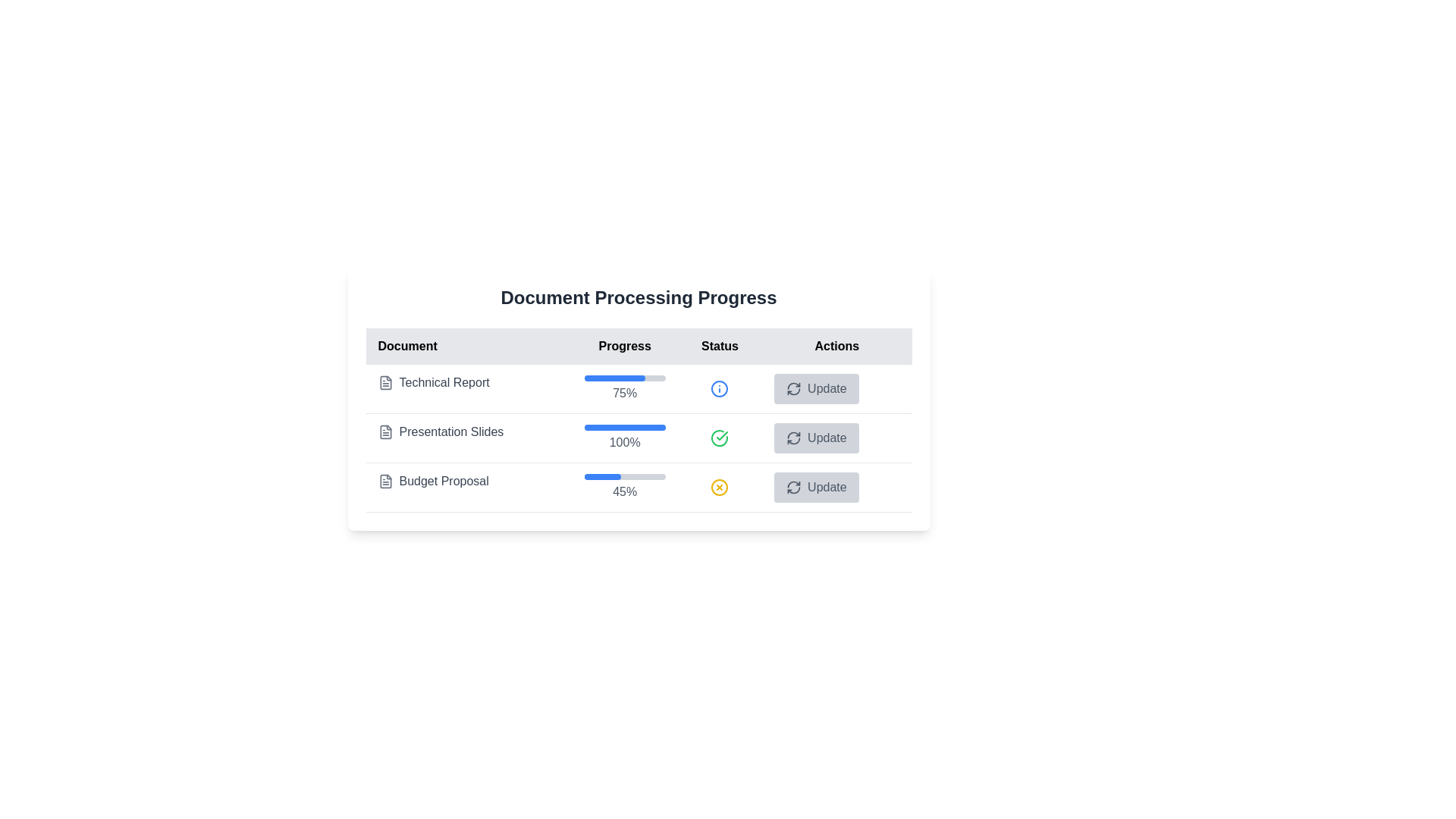 This screenshot has width=1456, height=819. I want to click on the column header label indicating the status of the documents, located as the third item in the horizontal row of headers between 'Progress' and 'Actions', so click(719, 346).